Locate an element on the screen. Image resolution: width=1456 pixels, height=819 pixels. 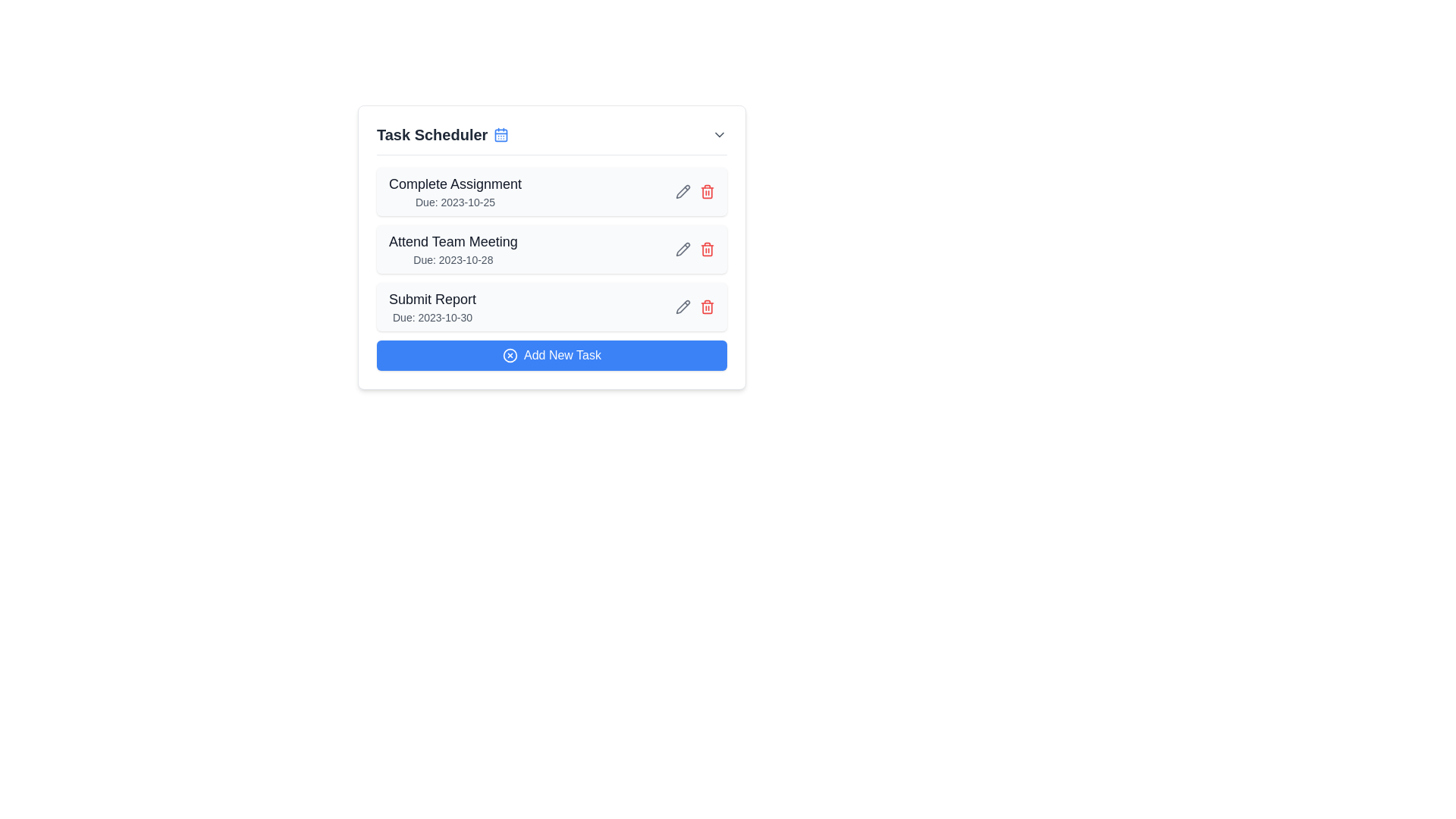
the first interactive icon button on the right side of the 'Complete Assignment' task row is located at coordinates (682, 307).